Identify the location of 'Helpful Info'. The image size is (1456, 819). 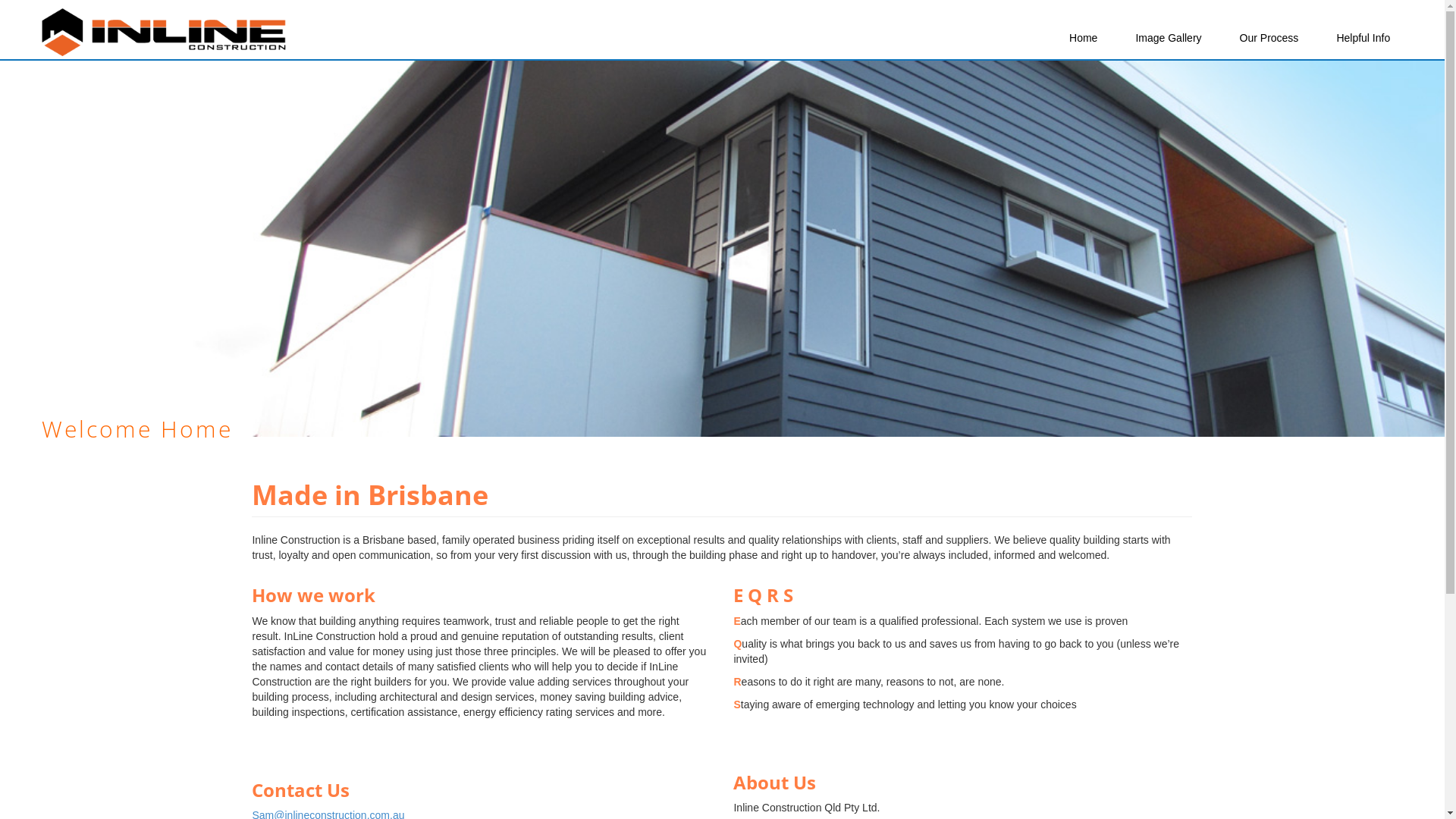
(1363, 37).